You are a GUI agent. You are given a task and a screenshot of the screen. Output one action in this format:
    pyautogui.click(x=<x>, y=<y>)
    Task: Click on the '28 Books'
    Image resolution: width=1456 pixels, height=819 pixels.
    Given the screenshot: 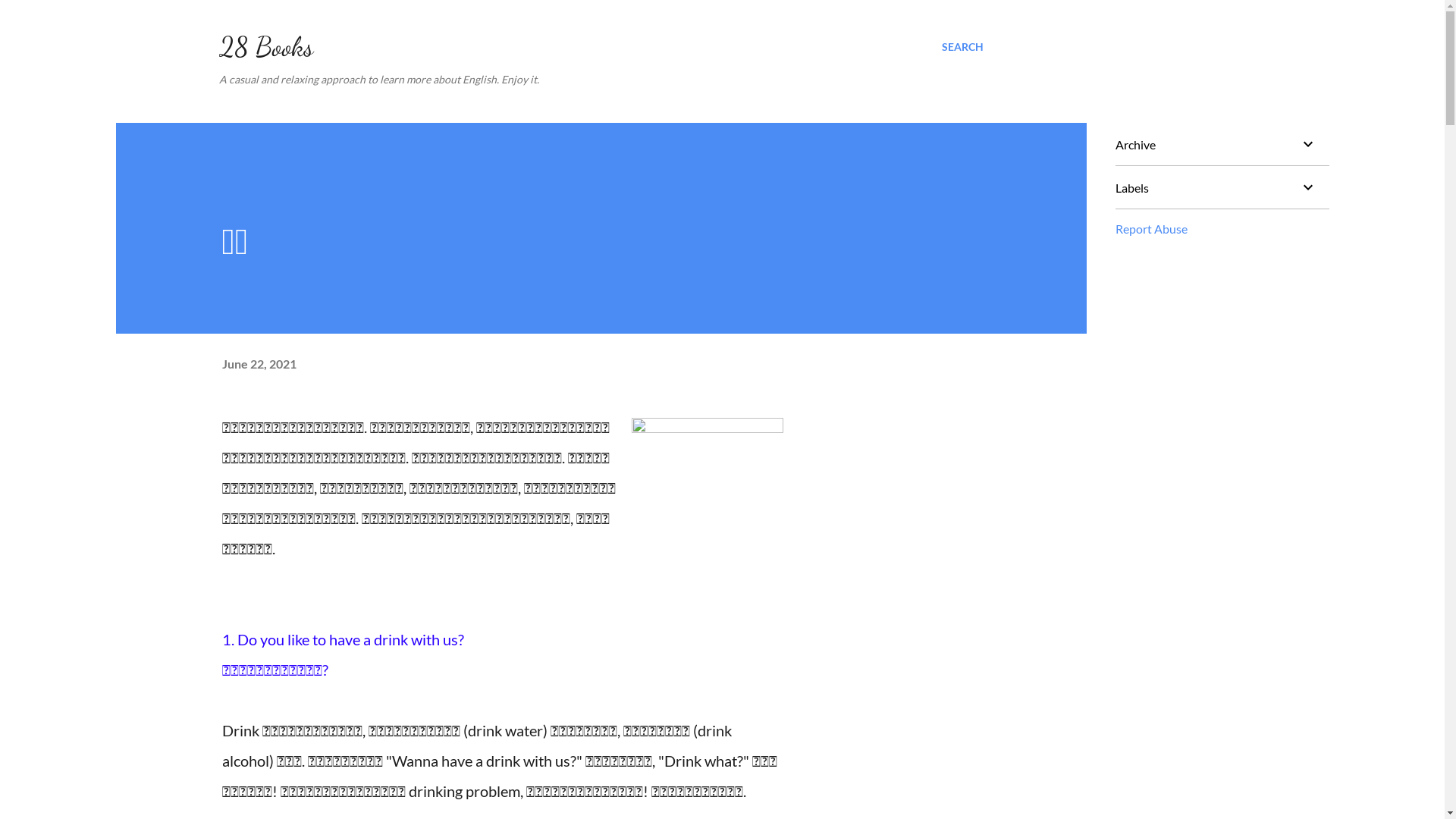 What is the action you would take?
    pyautogui.click(x=265, y=45)
    